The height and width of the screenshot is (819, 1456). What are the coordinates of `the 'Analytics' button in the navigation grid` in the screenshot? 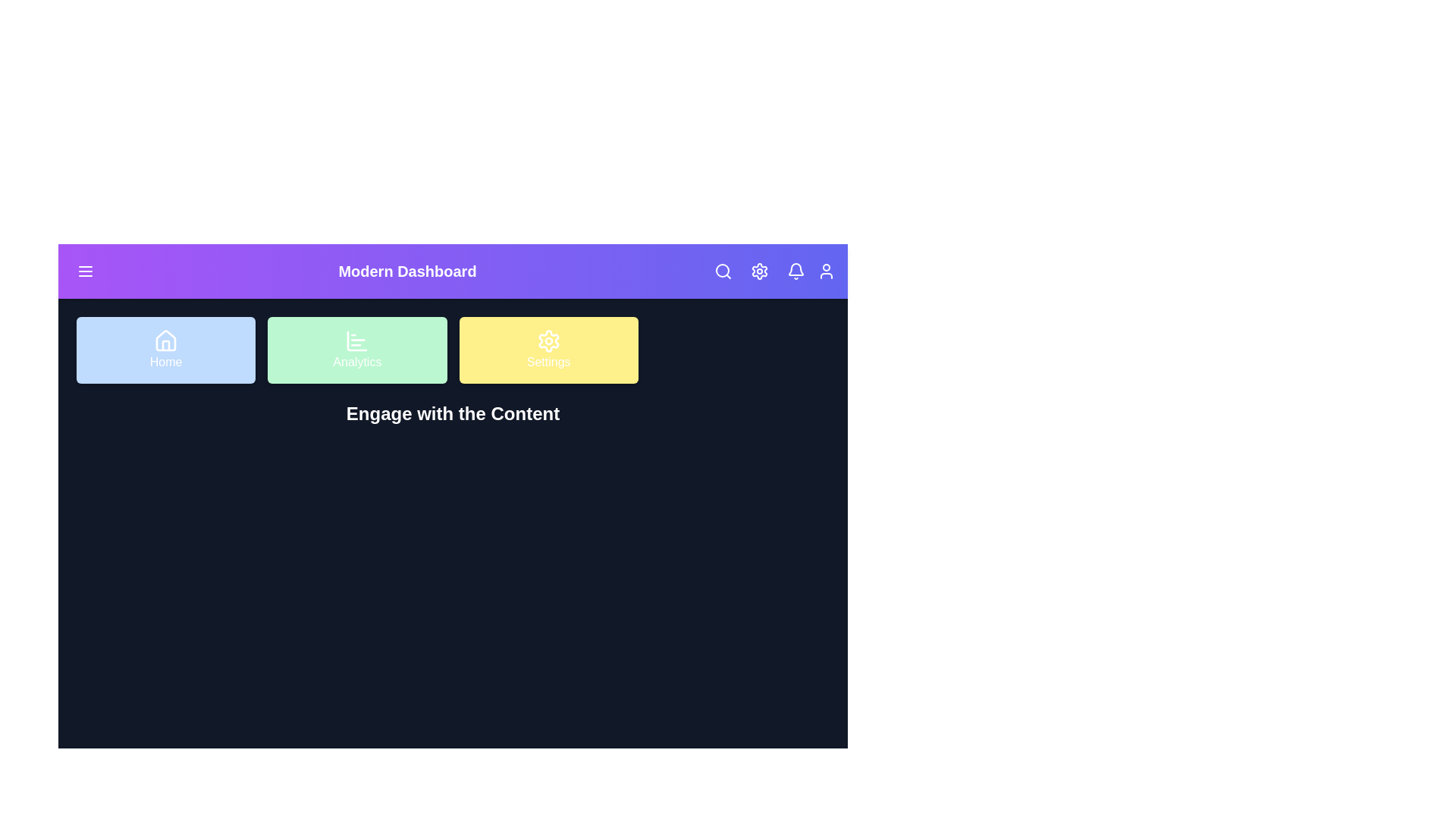 It's located at (356, 350).